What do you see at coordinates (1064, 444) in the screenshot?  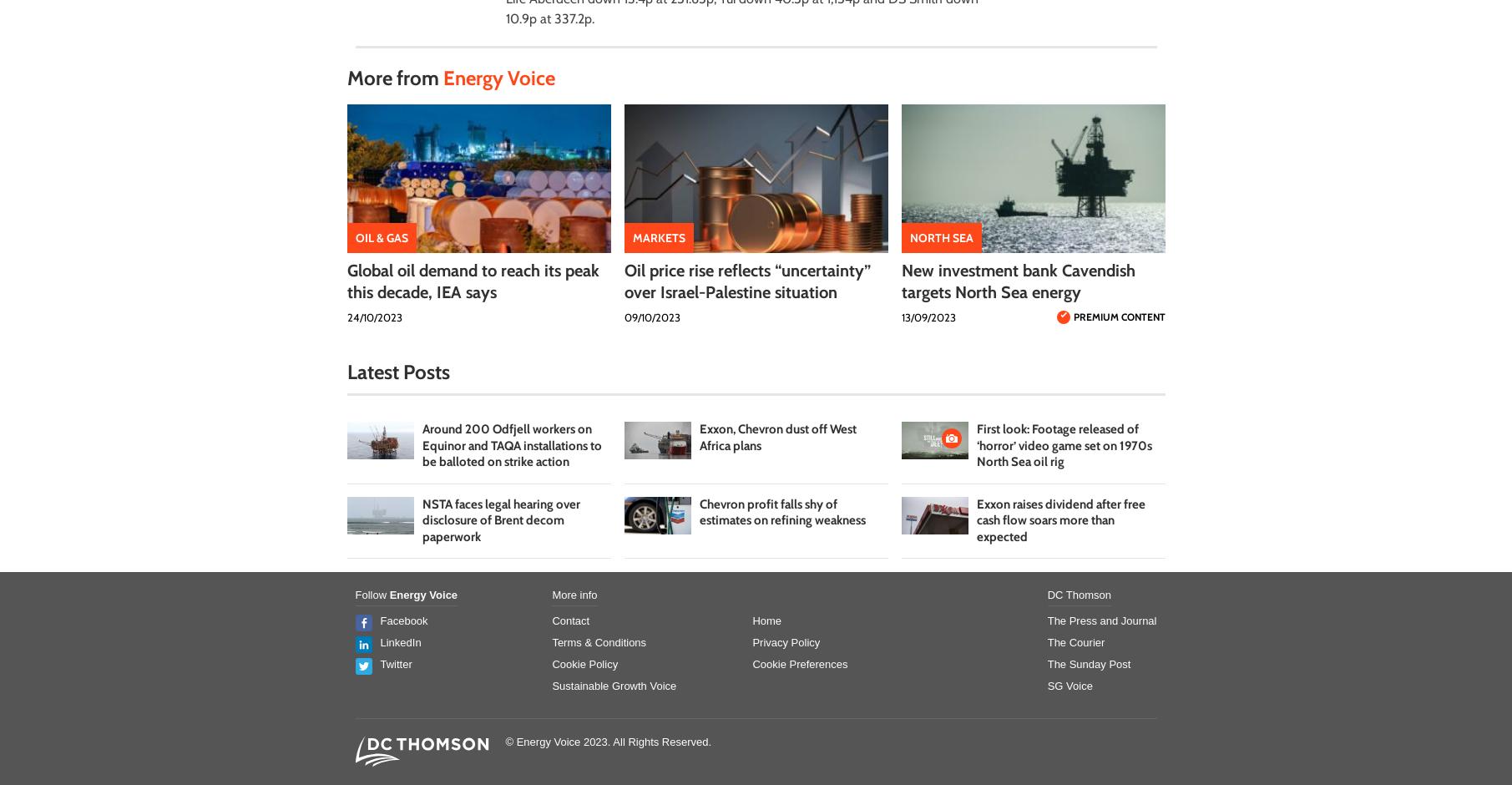 I see `'First look: Footage released of ‘horror’ video game set on 1970s North Sea oil rig'` at bounding box center [1064, 444].